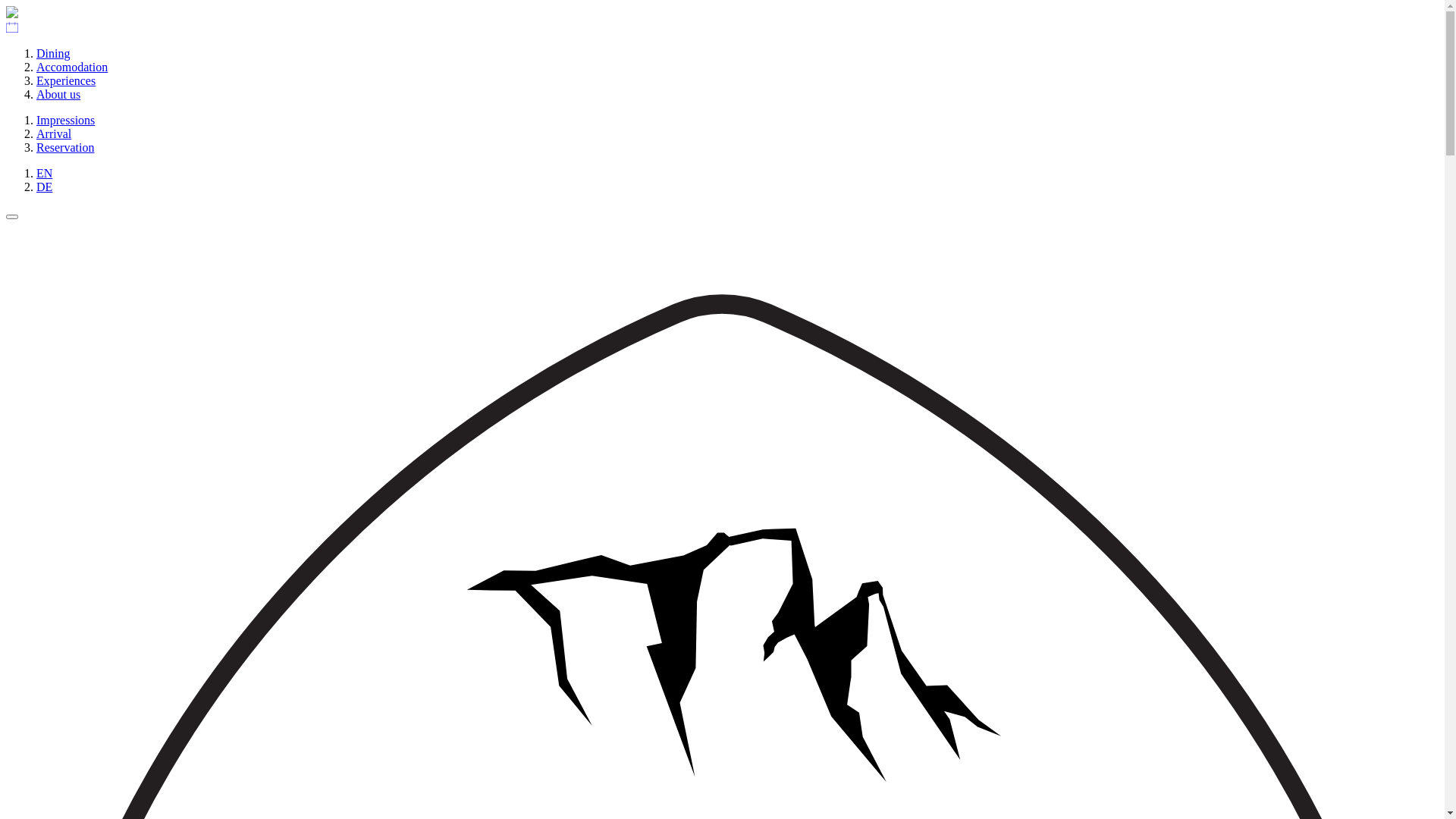 The image size is (1456, 819). Describe the element at coordinates (64, 147) in the screenshot. I see `'Reservation'` at that location.